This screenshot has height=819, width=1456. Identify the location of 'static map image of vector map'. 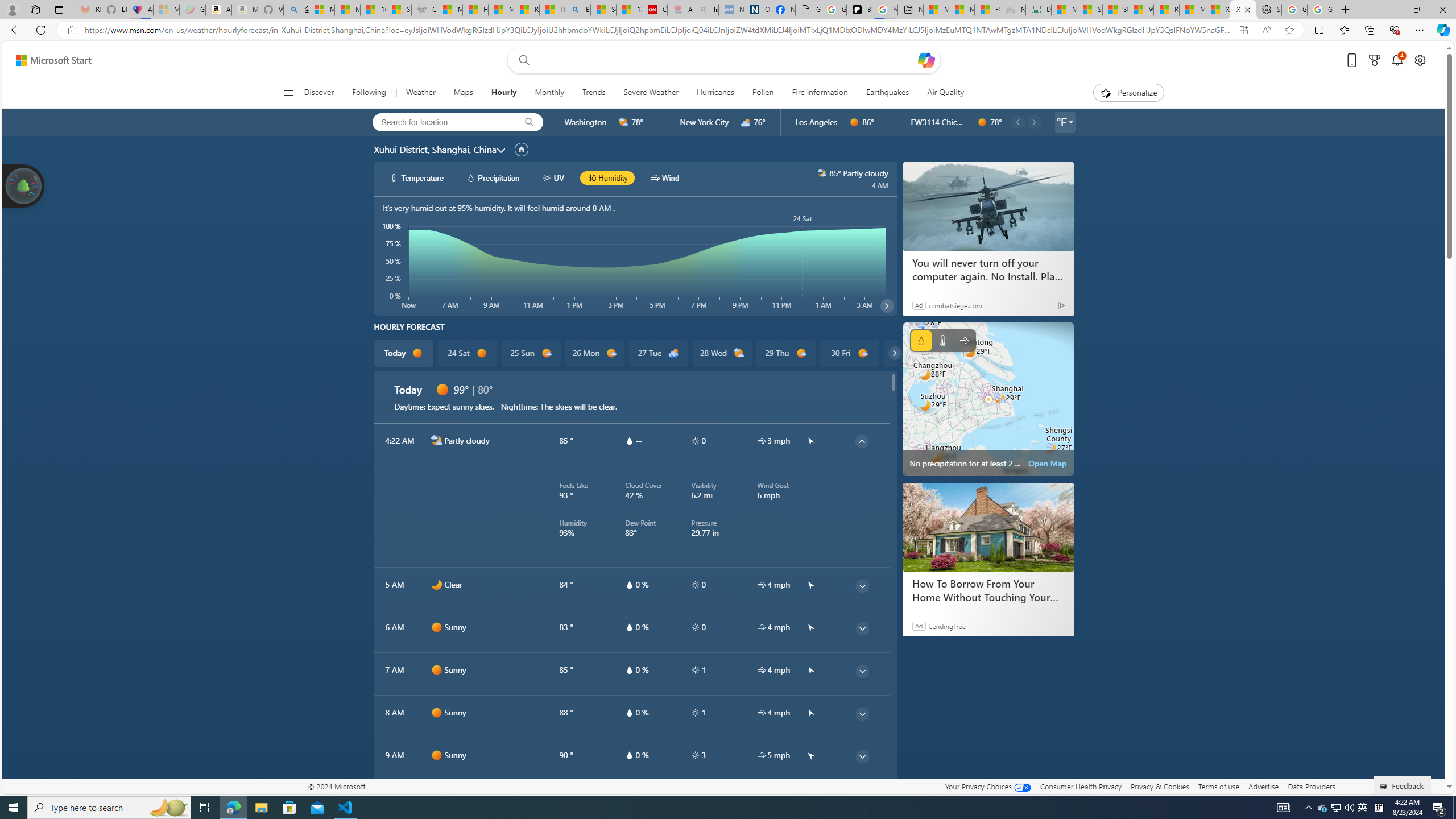
(988, 399).